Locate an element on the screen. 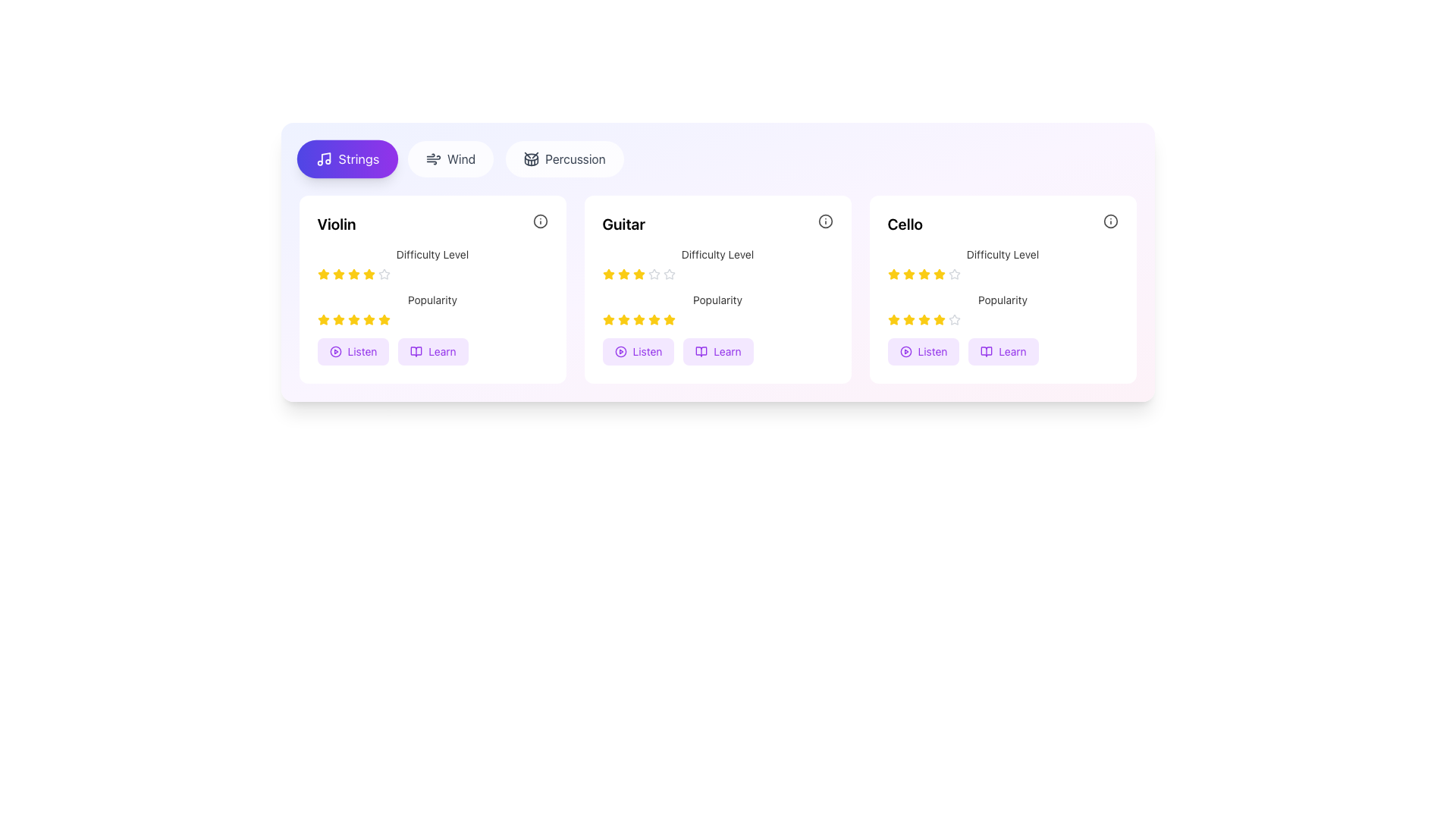  the fifth star-shaped icon representing the rating level for the 'Popularity' metric of the Guitar category is located at coordinates (639, 318).